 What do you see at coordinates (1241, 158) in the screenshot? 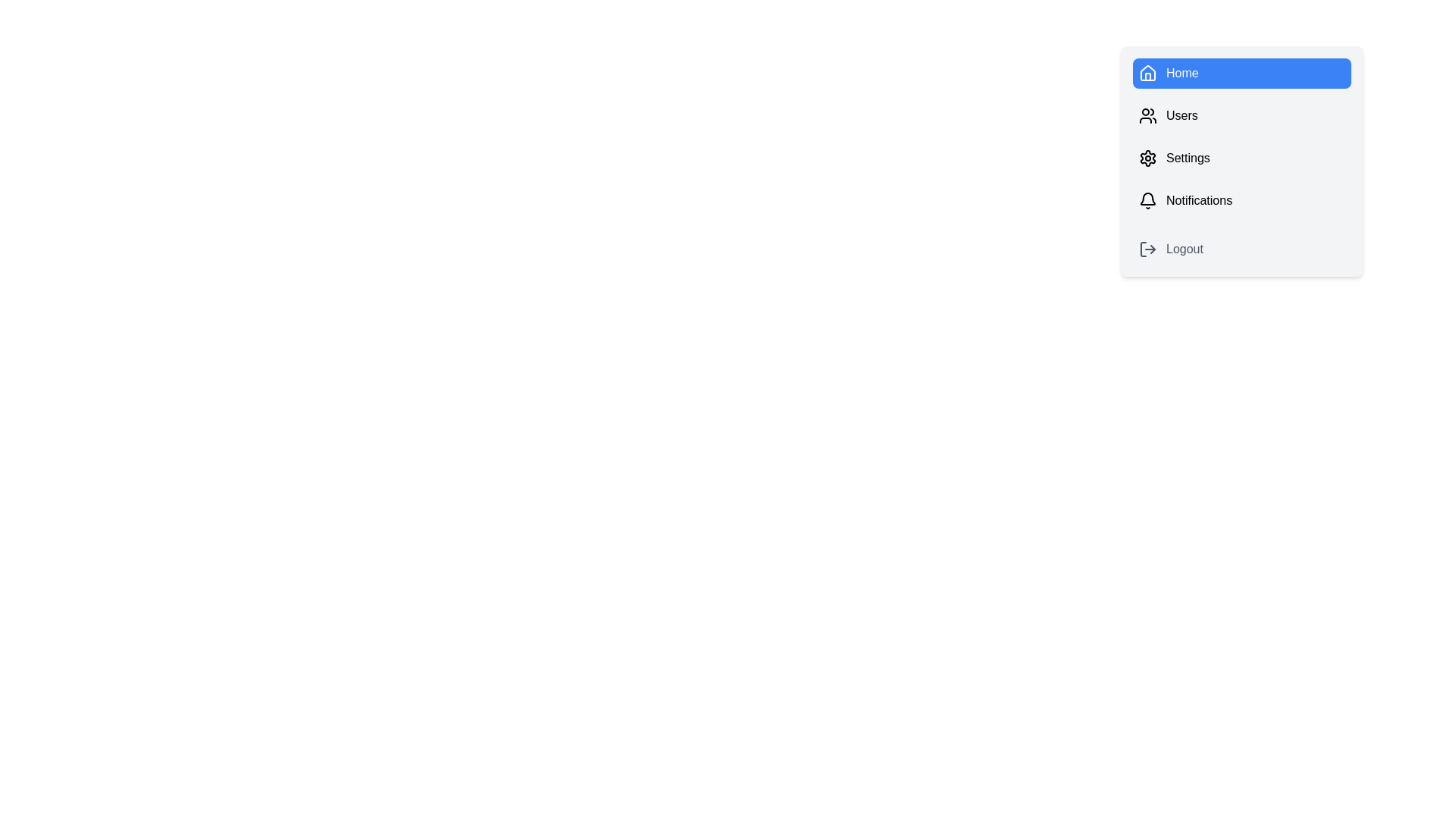
I see `the settings button located in the vertical navigation menu, which is the third item below 'Users' and above 'Notifications'` at bounding box center [1241, 158].